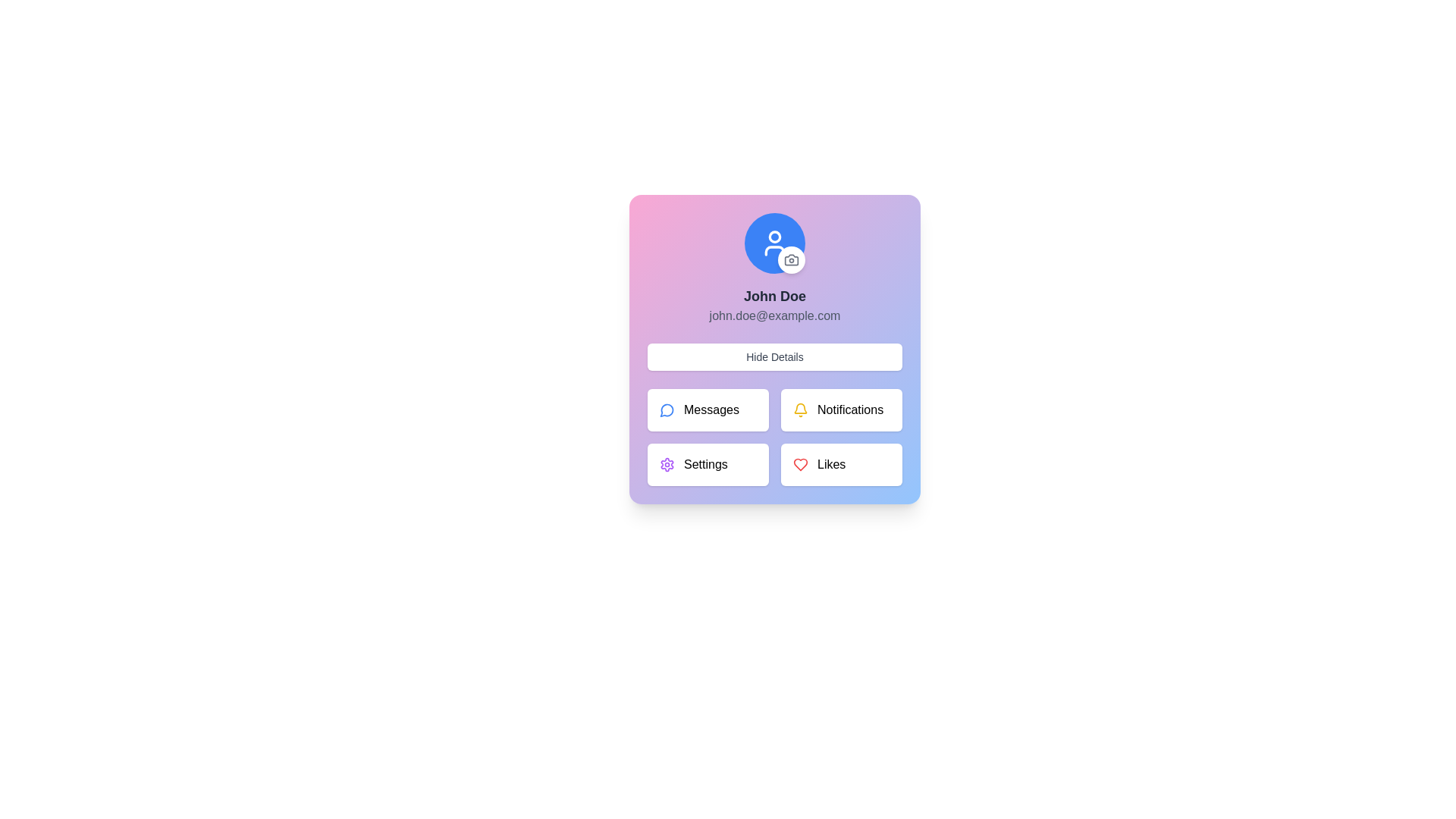 This screenshot has height=819, width=1456. Describe the element at coordinates (775, 242) in the screenshot. I see `the interactive profile image component, which is a circular icon with a blue background containing a white user icon and a camera symbol overlay, located above the text 'John Doe' and 'john.doe@example.com'` at that location.